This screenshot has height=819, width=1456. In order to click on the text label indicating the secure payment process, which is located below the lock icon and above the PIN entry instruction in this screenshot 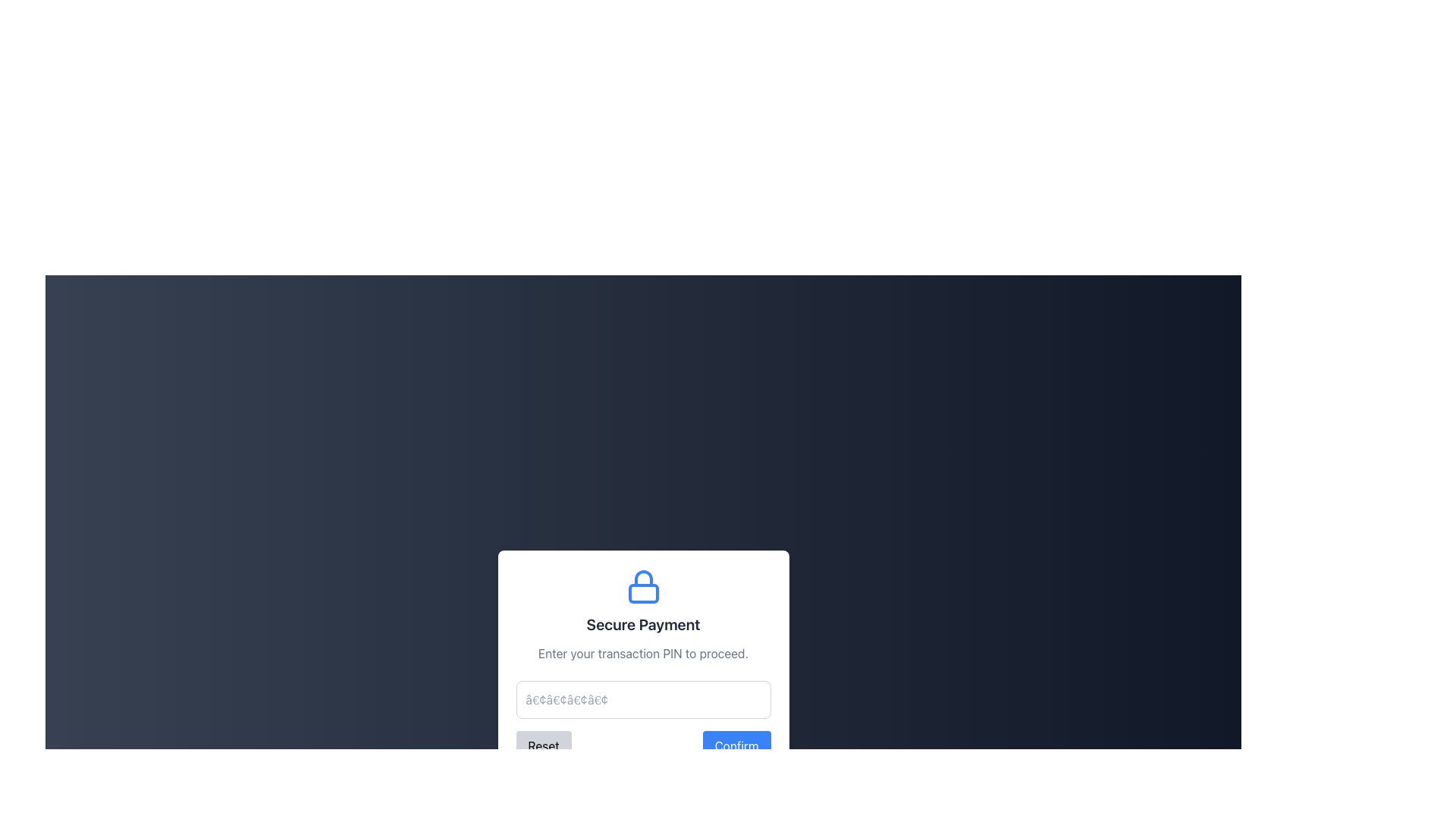, I will do `click(643, 625)`.